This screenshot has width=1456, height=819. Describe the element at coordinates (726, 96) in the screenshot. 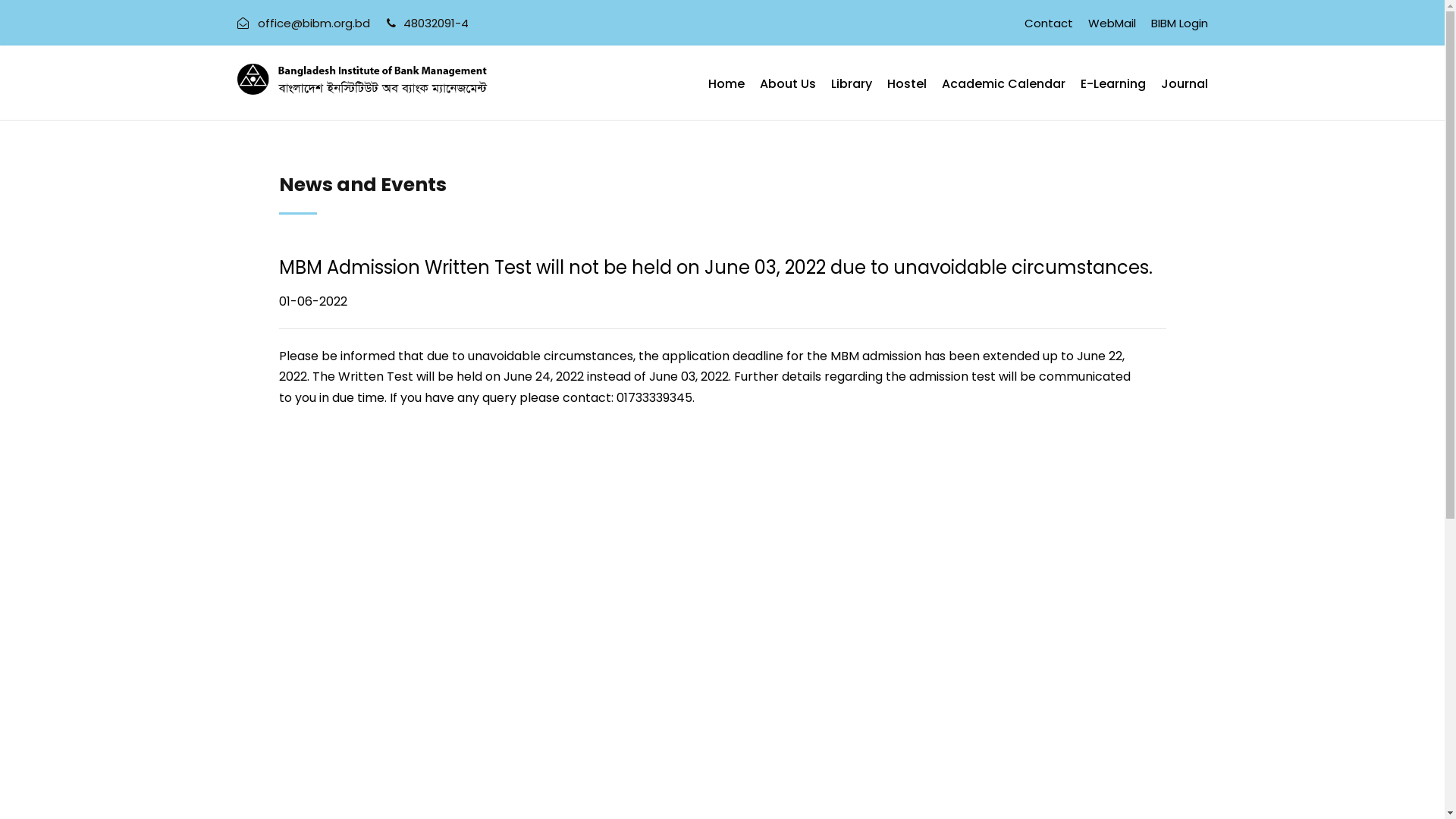

I see `'Home'` at that location.